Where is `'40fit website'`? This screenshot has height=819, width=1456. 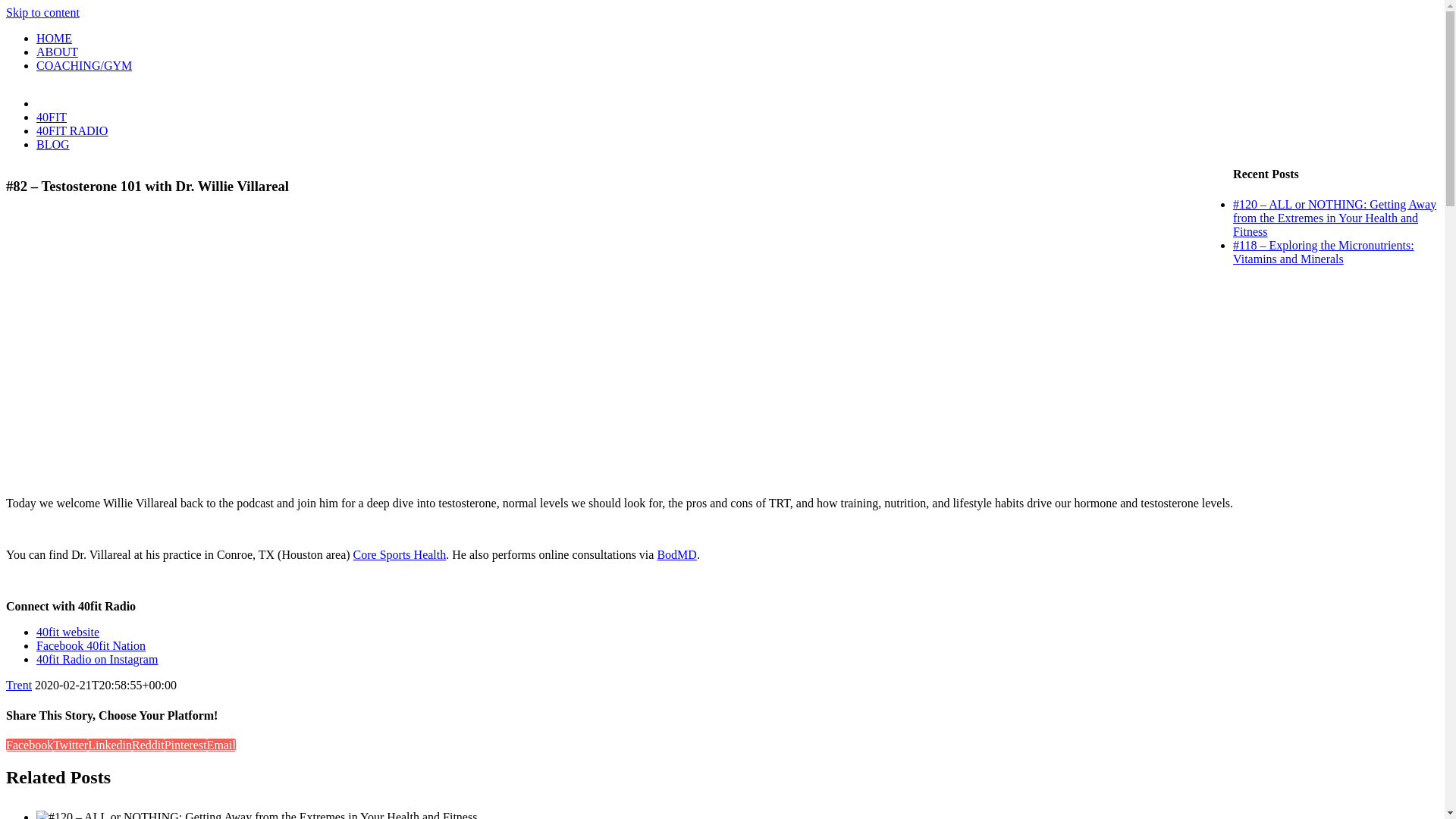
'40fit website' is located at coordinates (67, 632).